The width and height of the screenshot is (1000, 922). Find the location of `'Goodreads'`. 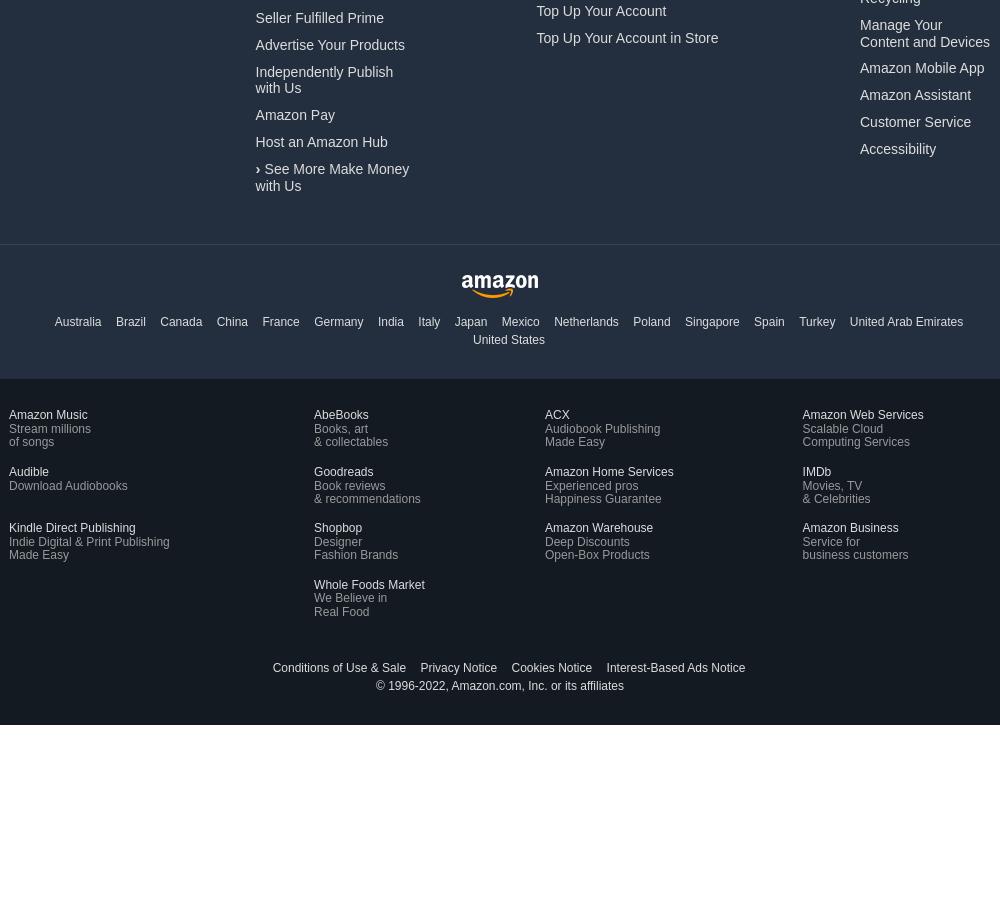

'Goodreads' is located at coordinates (342, 470).